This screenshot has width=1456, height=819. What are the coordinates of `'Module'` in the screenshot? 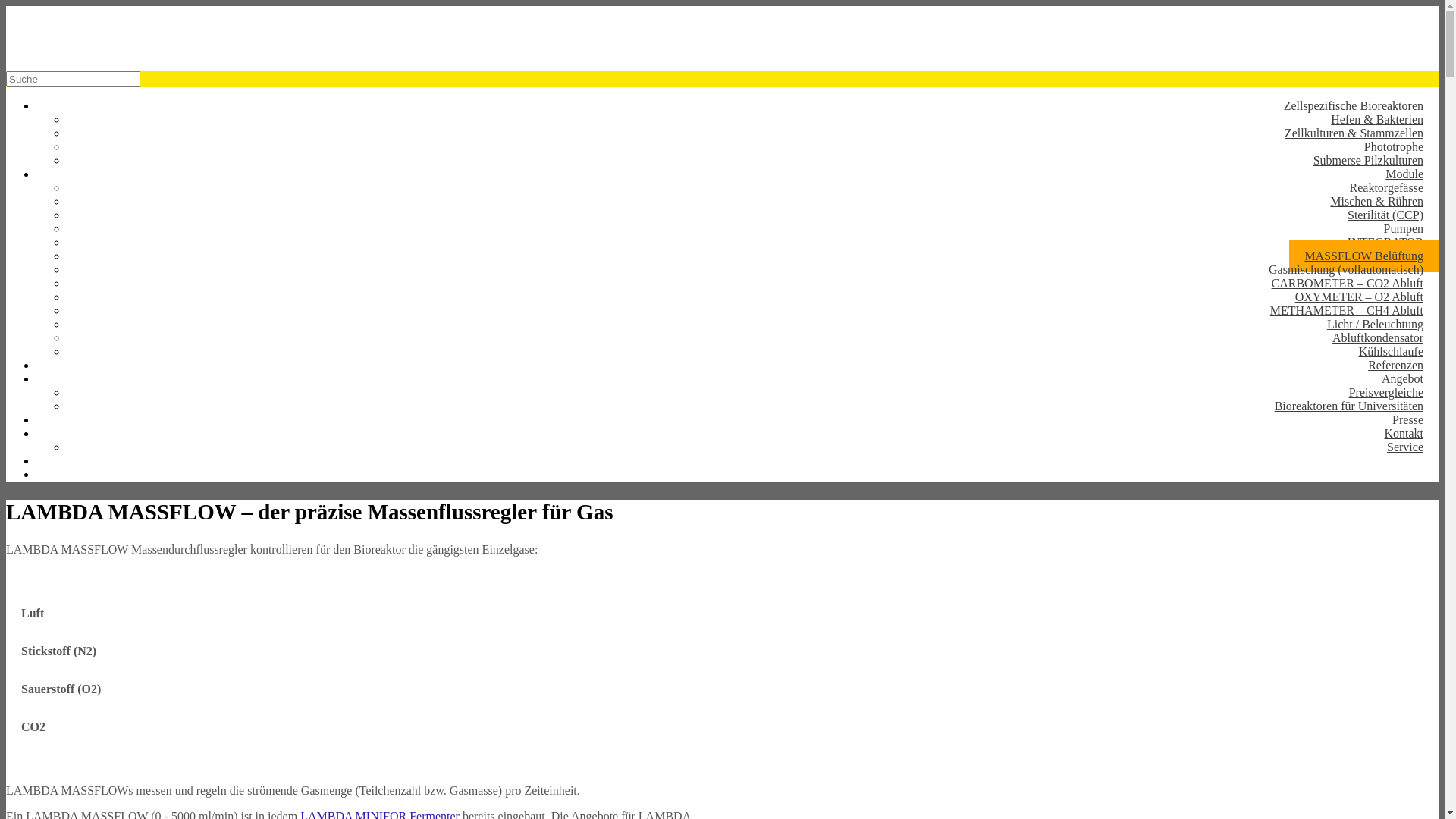 It's located at (1404, 173).